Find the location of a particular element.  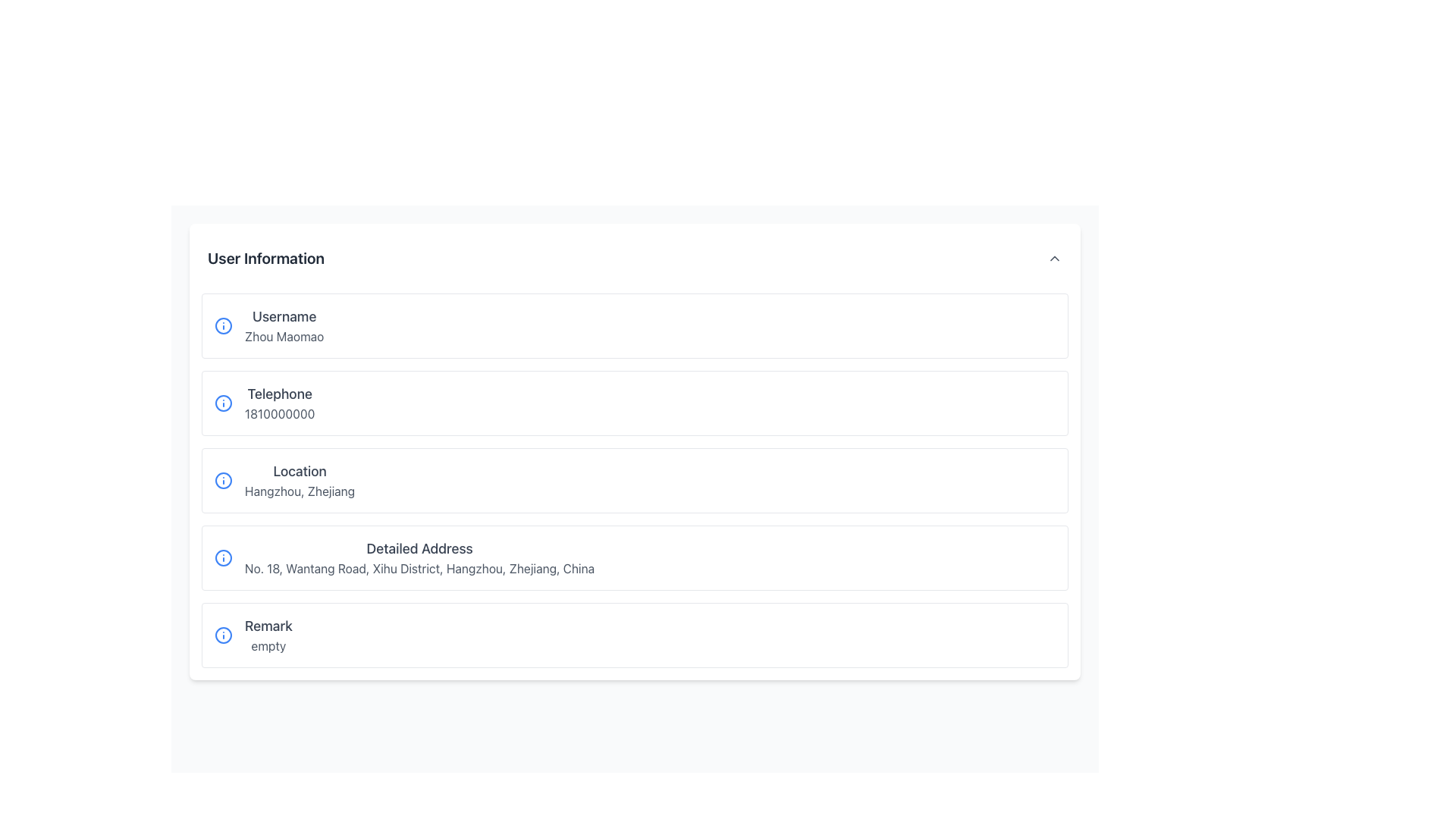

the blue informational icon displaying an 'i' symbol located in the top-left corner of the 'Detailed Address' section for information is located at coordinates (222, 558).